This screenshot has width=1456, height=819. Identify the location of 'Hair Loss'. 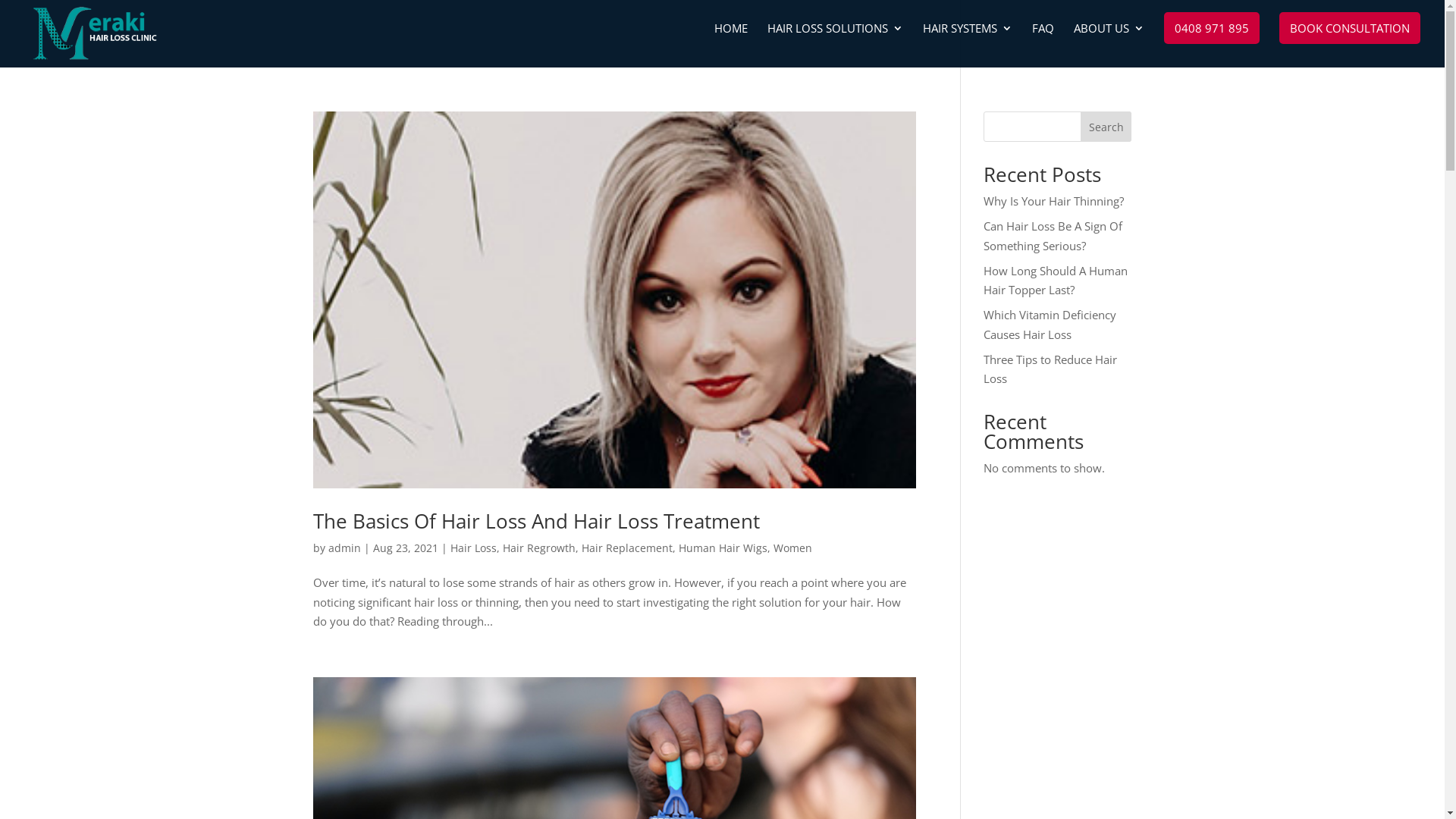
(472, 548).